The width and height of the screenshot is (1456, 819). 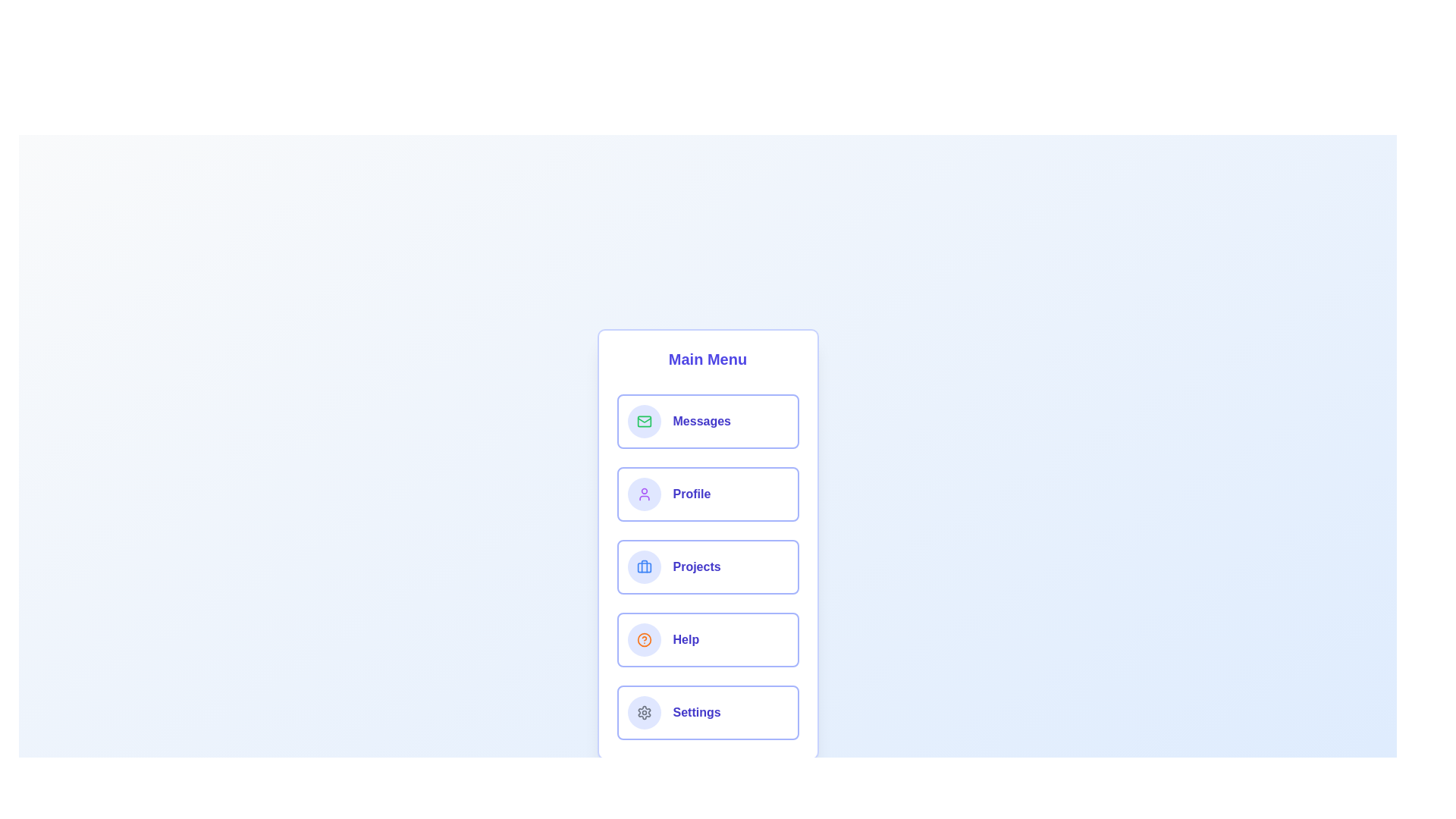 I want to click on the menu item labeled Profile, so click(x=707, y=494).